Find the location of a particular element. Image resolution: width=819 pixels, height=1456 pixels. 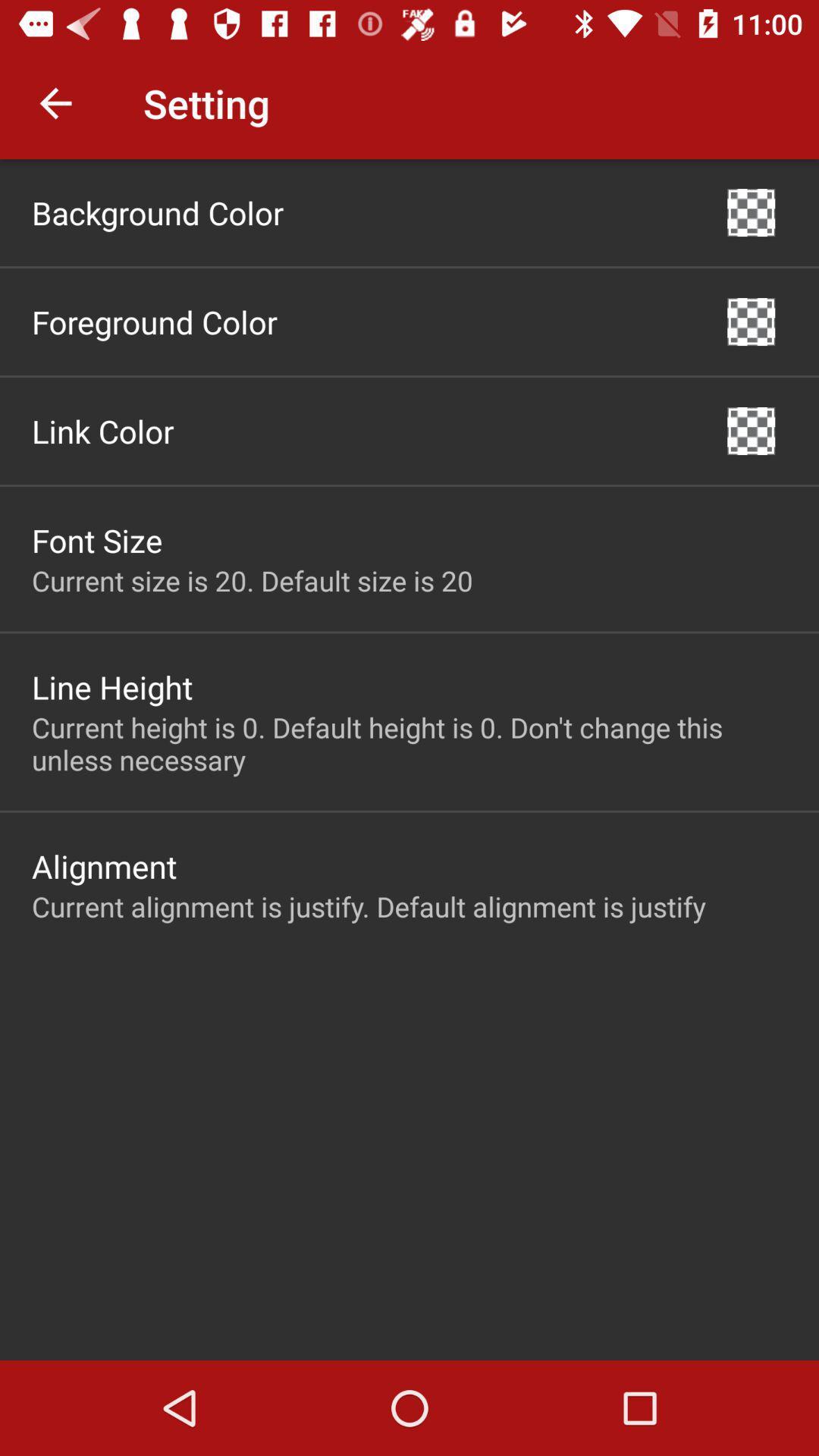

item to the right of the link color icon is located at coordinates (751, 430).